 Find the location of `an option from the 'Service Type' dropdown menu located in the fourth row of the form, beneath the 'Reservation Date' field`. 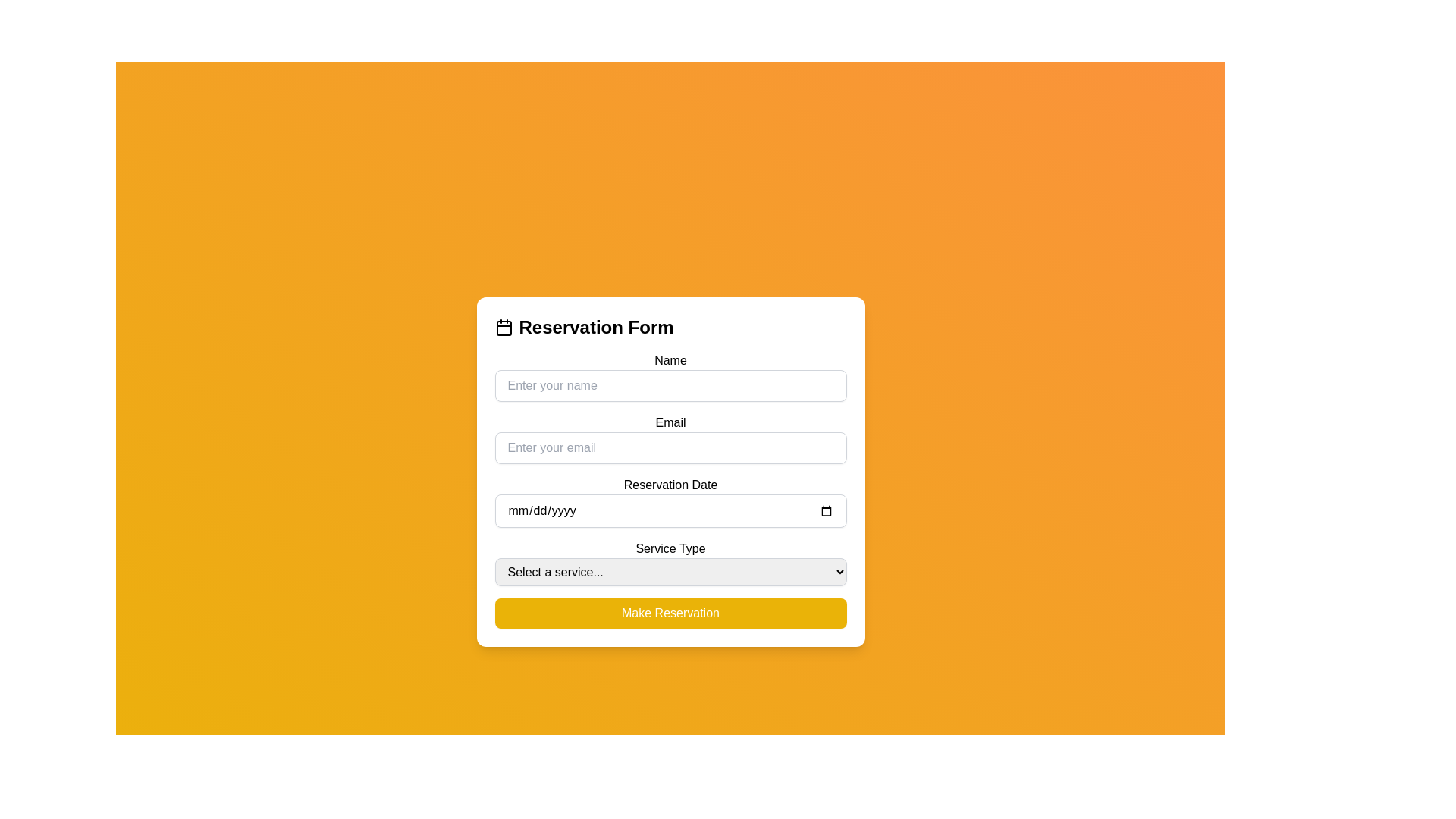

an option from the 'Service Type' dropdown menu located in the fourth row of the form, beneath the 'Reservation Date' field is located at coordinates (670, 562).